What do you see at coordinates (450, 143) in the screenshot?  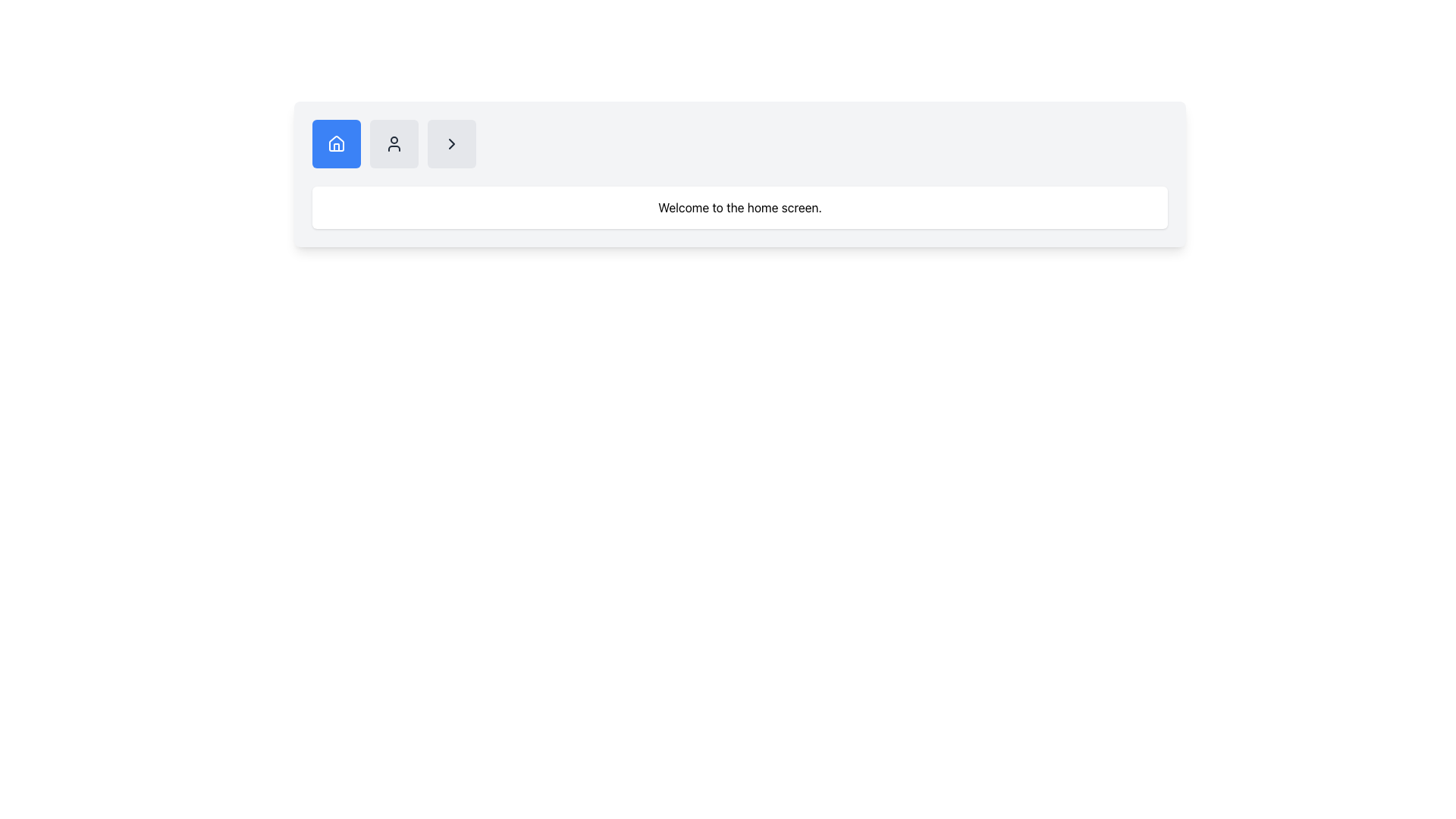 I see `the third button with a rightward-pointing chevron icon, which has a light gray background and rounded corners` at bounding box center [450, 143].